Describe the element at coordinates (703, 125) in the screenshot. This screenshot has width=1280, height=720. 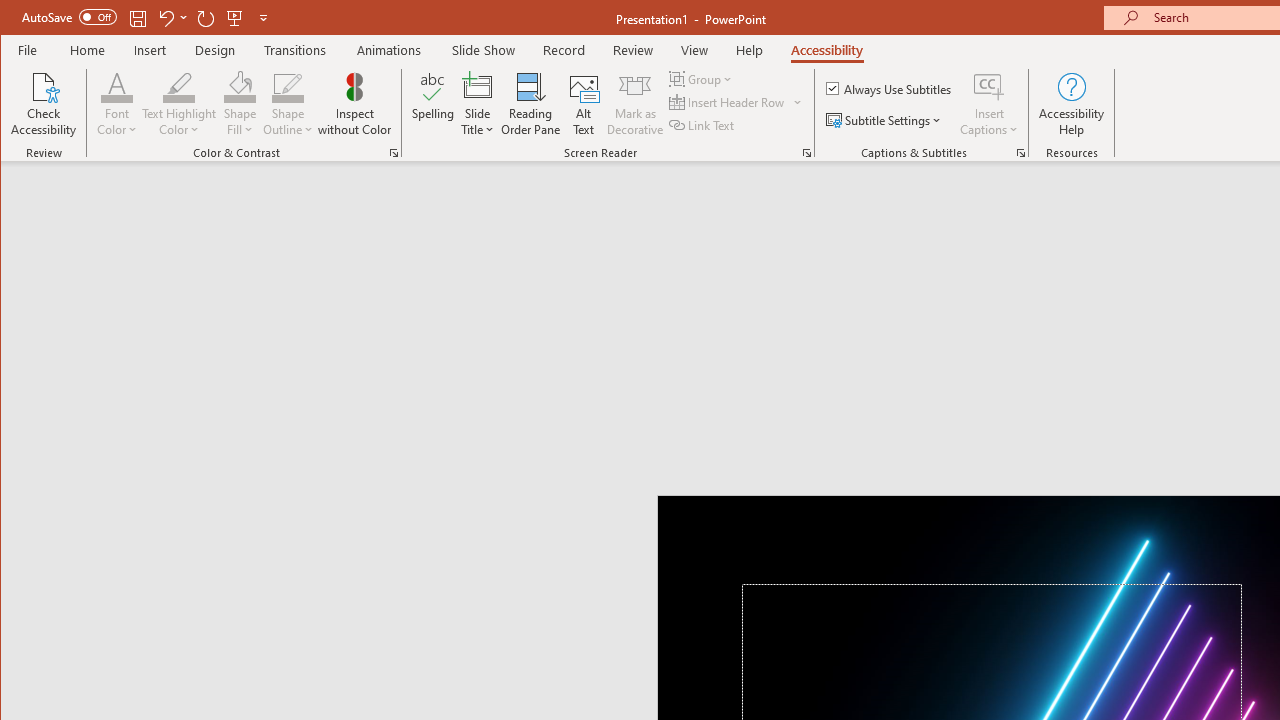
I see `'Link Text'` at that location.